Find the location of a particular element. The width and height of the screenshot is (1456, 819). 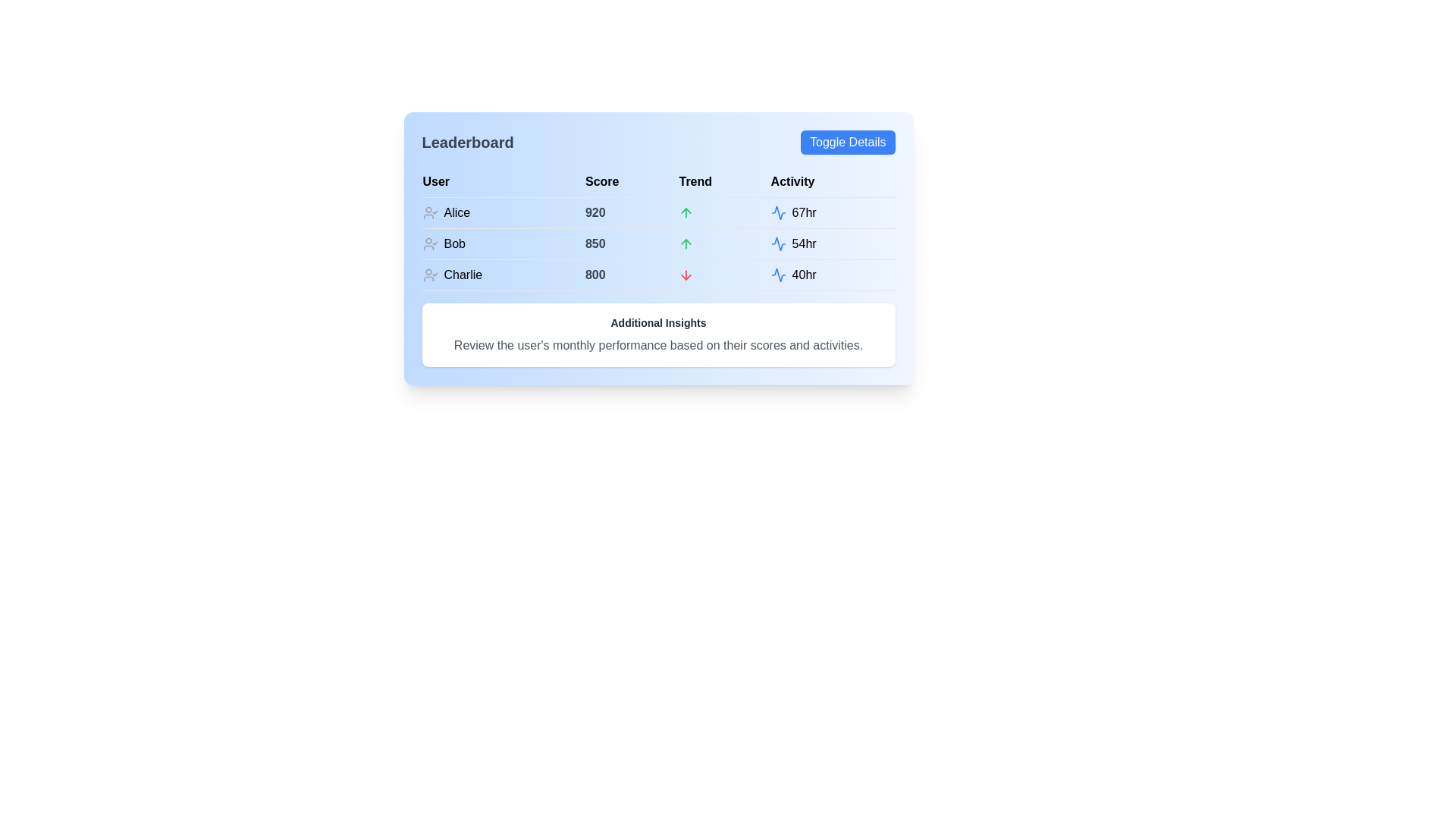

the text label displaying '67hr' located in the leaderboard interface under the 'Activity' column for 'Alice' is located at coordinates (803, 213).